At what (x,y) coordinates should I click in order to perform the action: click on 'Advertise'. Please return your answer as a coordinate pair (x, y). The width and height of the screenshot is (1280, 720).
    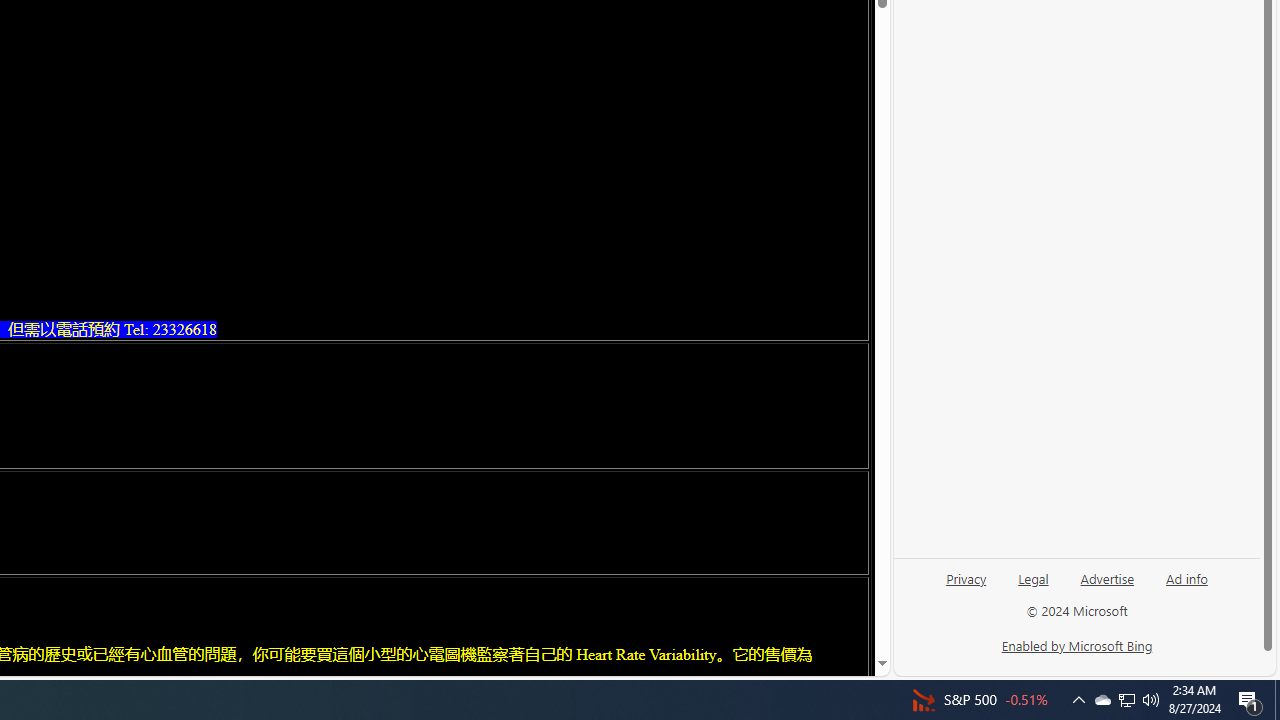
    Looking at the image, I should click on (1106, 585).